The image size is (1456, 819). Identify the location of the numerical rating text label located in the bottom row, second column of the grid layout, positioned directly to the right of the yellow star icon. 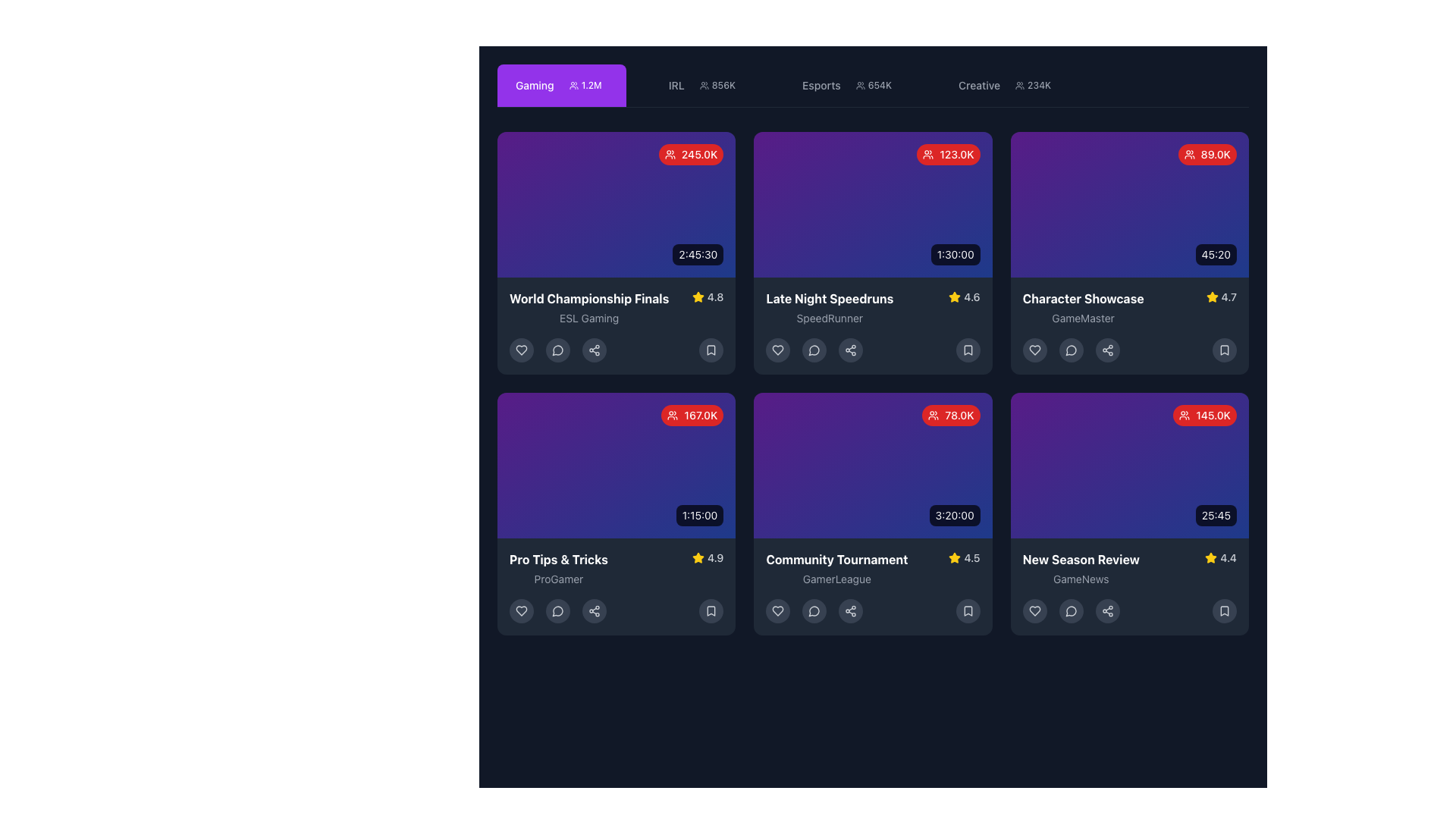
(971, 558).